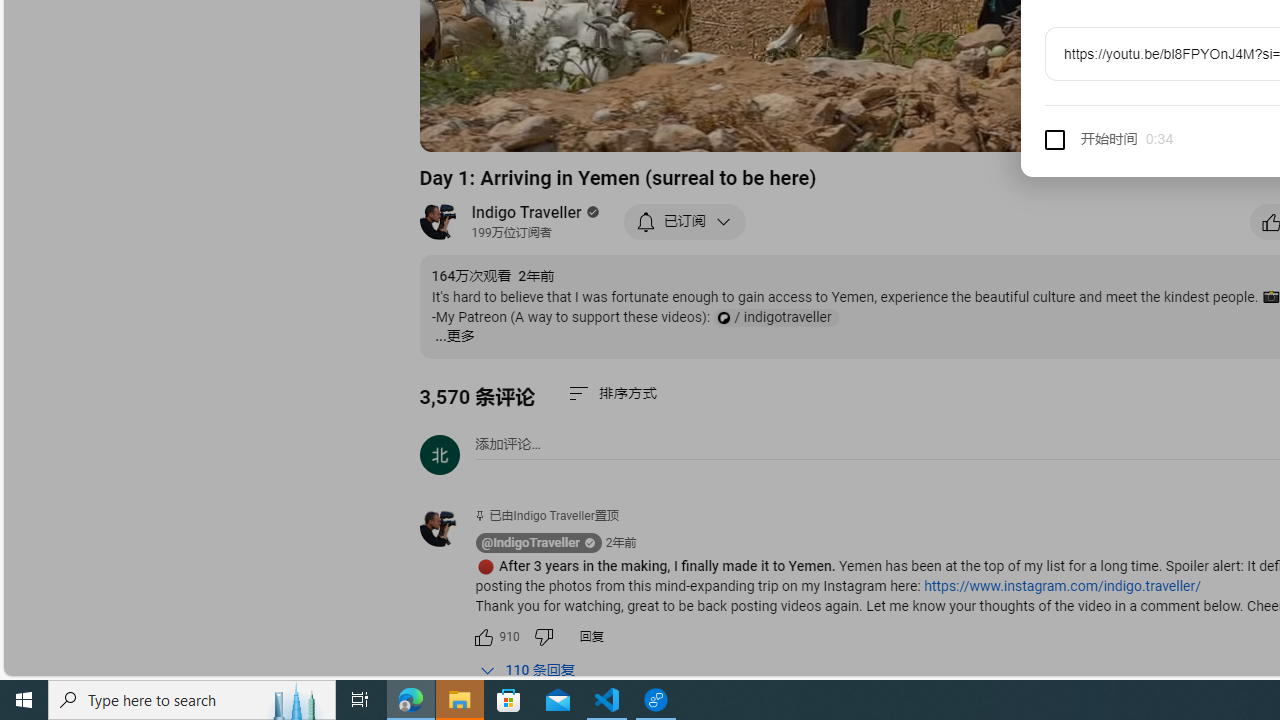  What do you see at coordinates (1061, 585) in the screenshot?
I see `'https://www.instagram.com/indigo.traveller/'` at bounding box center [1061, 585].